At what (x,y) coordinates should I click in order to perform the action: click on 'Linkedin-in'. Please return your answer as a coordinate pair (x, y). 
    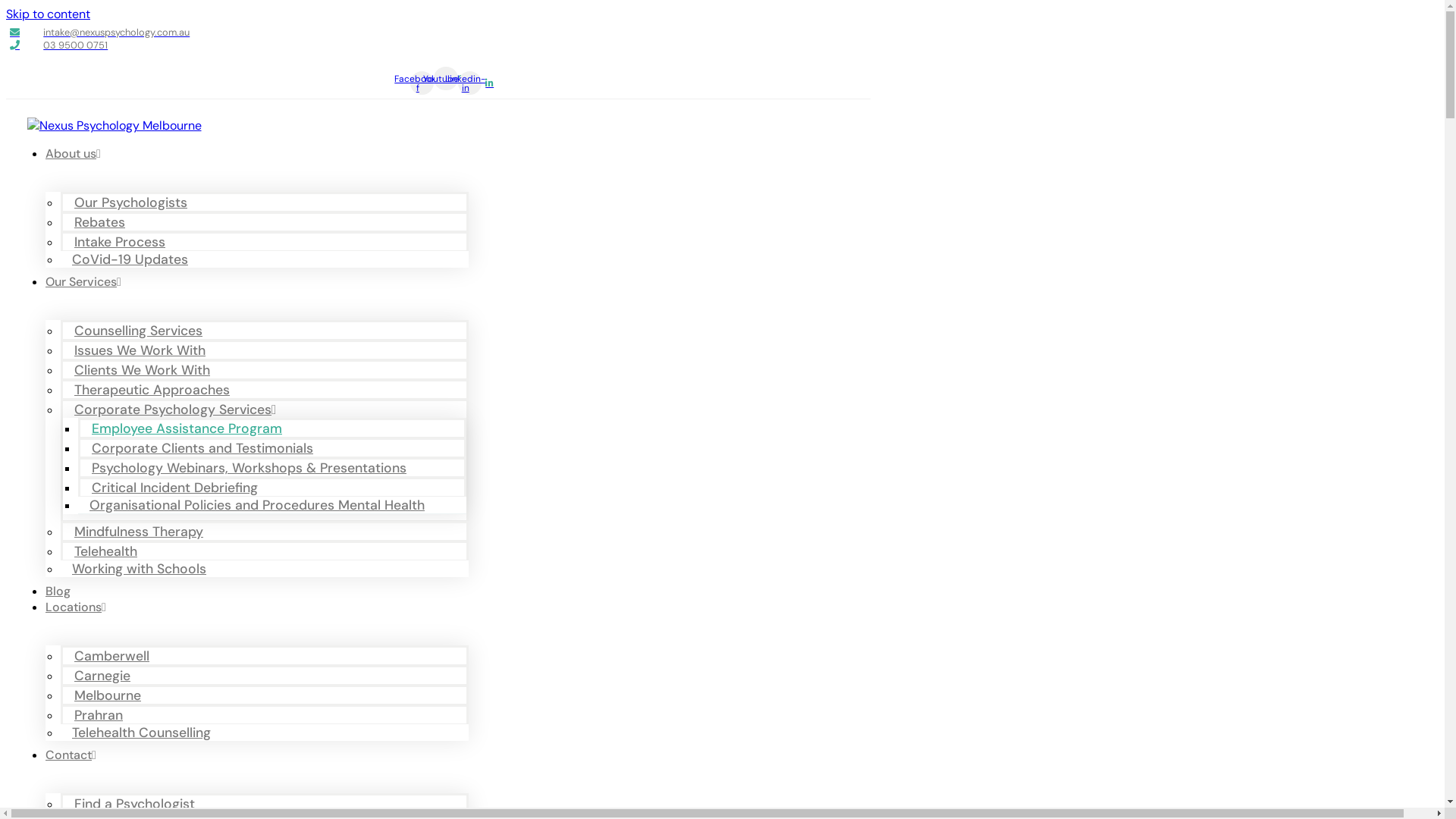
    Looking at the image, I should click on (469, 83).